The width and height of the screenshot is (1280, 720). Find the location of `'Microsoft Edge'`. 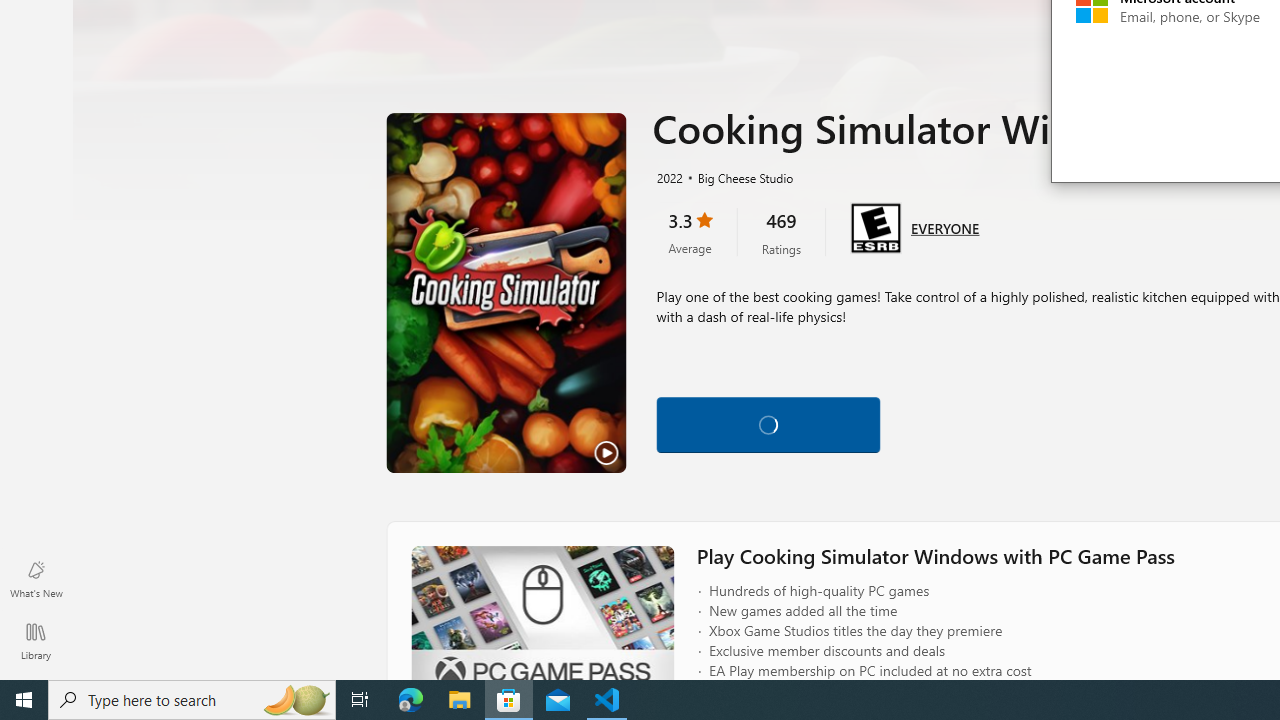

'Microsoft Edge' is located at coordinates (410, 698).